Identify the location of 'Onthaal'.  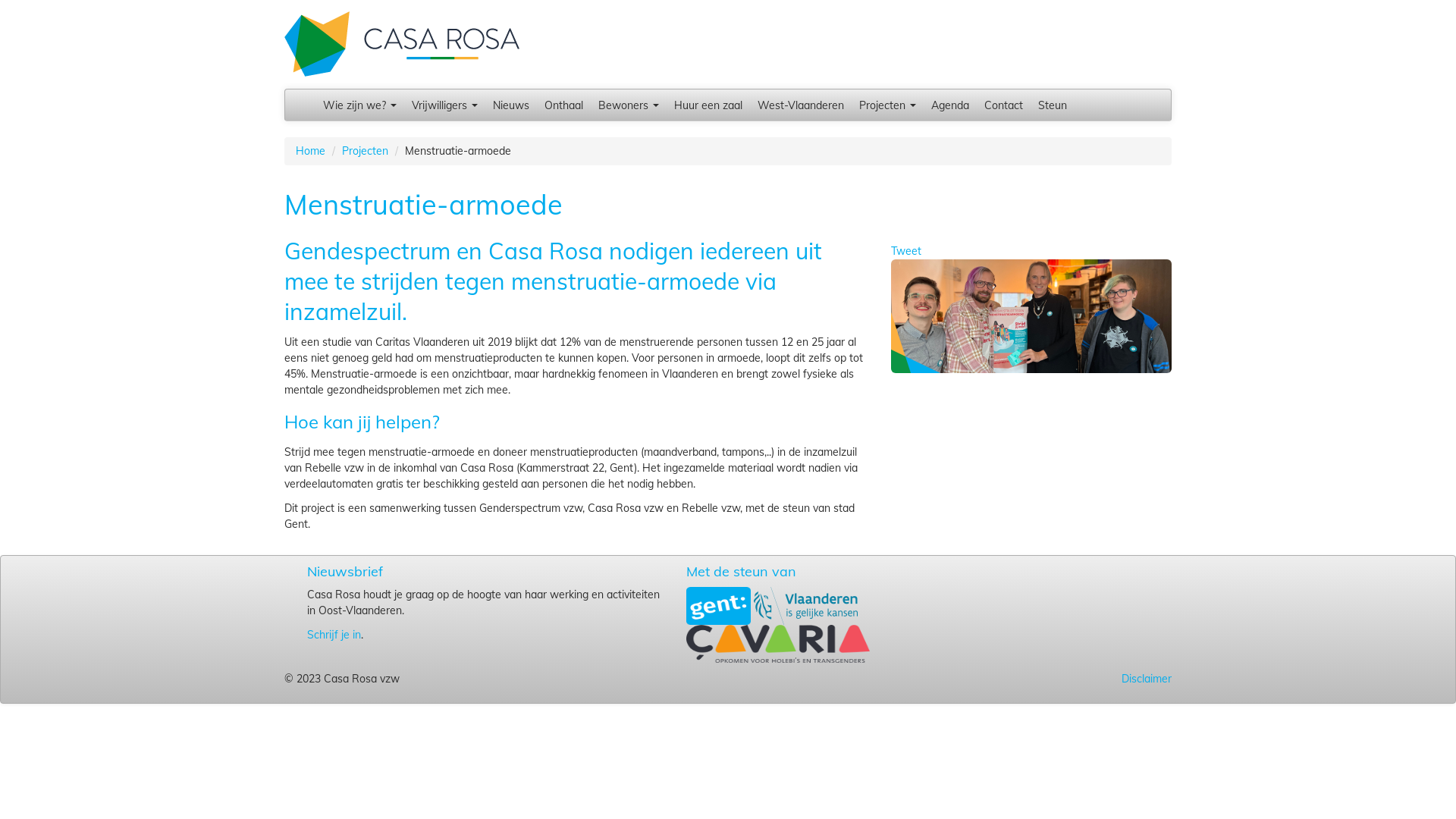
(537, 104).